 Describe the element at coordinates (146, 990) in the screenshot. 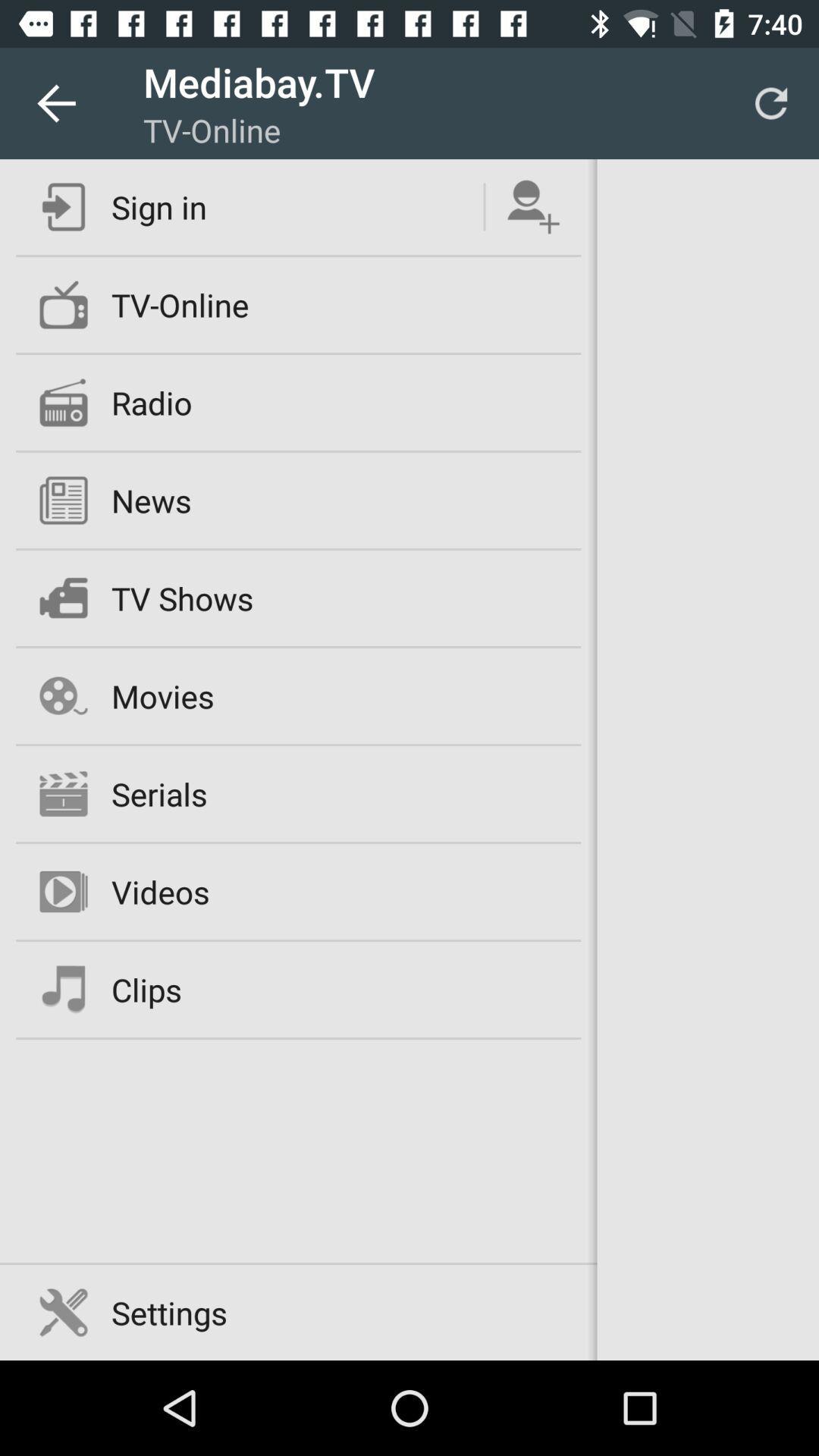

I see `clips icon` at that location.